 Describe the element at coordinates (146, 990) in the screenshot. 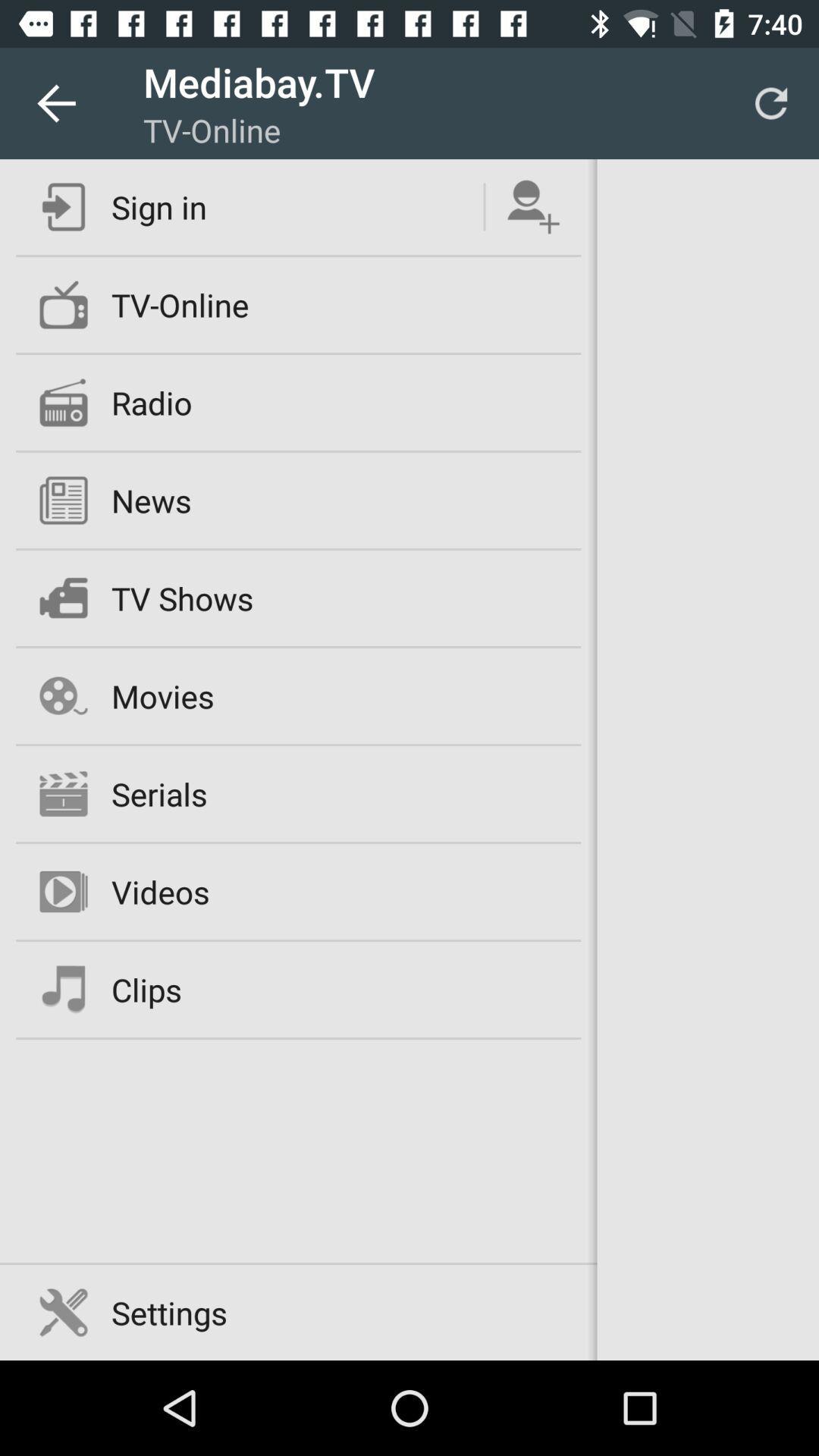

I see `clips icon` at that location.